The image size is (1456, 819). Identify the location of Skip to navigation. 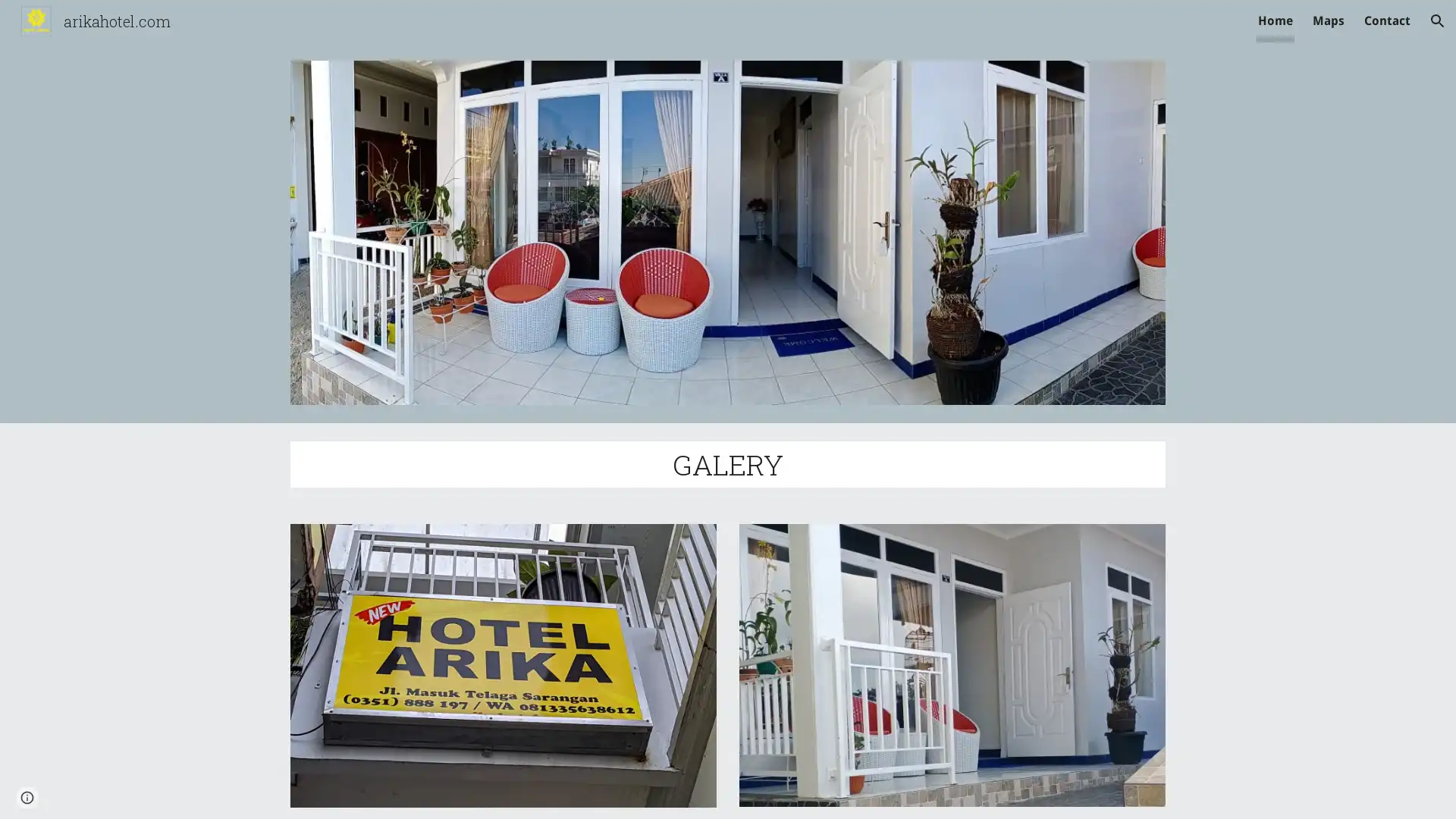
(864, 28).